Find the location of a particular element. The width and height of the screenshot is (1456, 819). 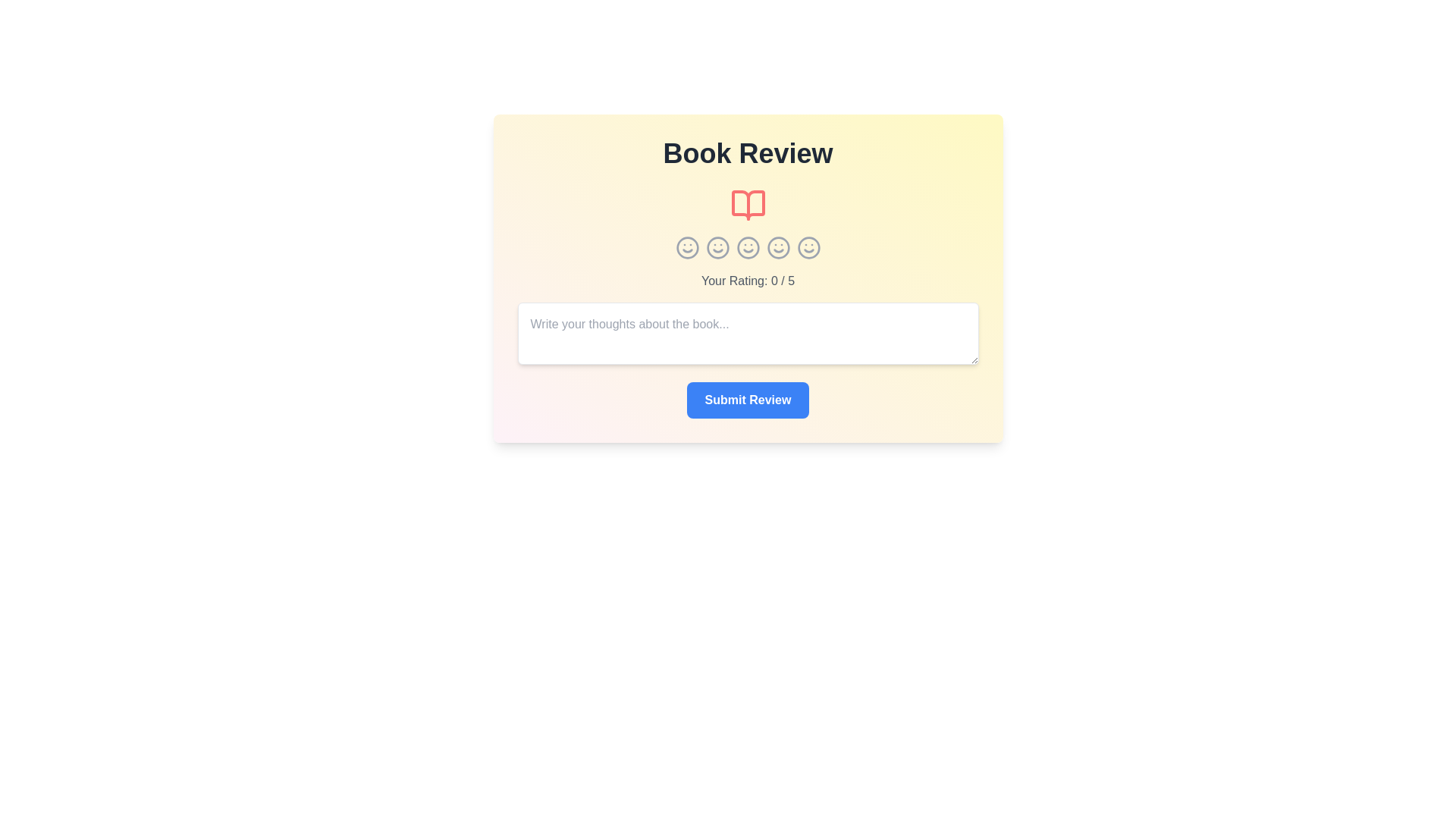

the star icon corresponding to the rating 4 to set the rating is located at coordinates (778, 247).